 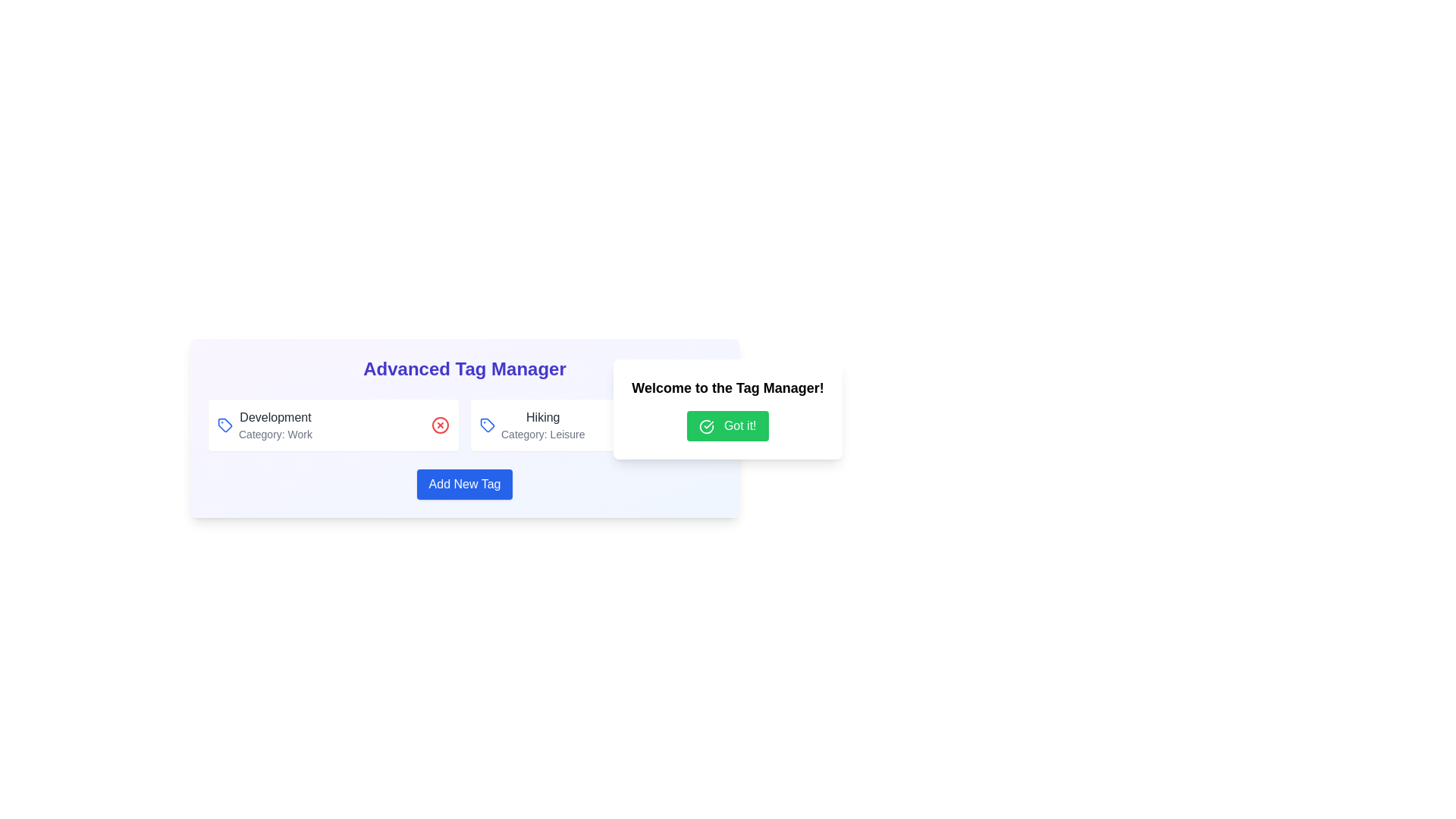 What do you see at coordinates (595, 425) in the screenshot?
I see `the 'Hiking' card` at bounding box center [595, 425].